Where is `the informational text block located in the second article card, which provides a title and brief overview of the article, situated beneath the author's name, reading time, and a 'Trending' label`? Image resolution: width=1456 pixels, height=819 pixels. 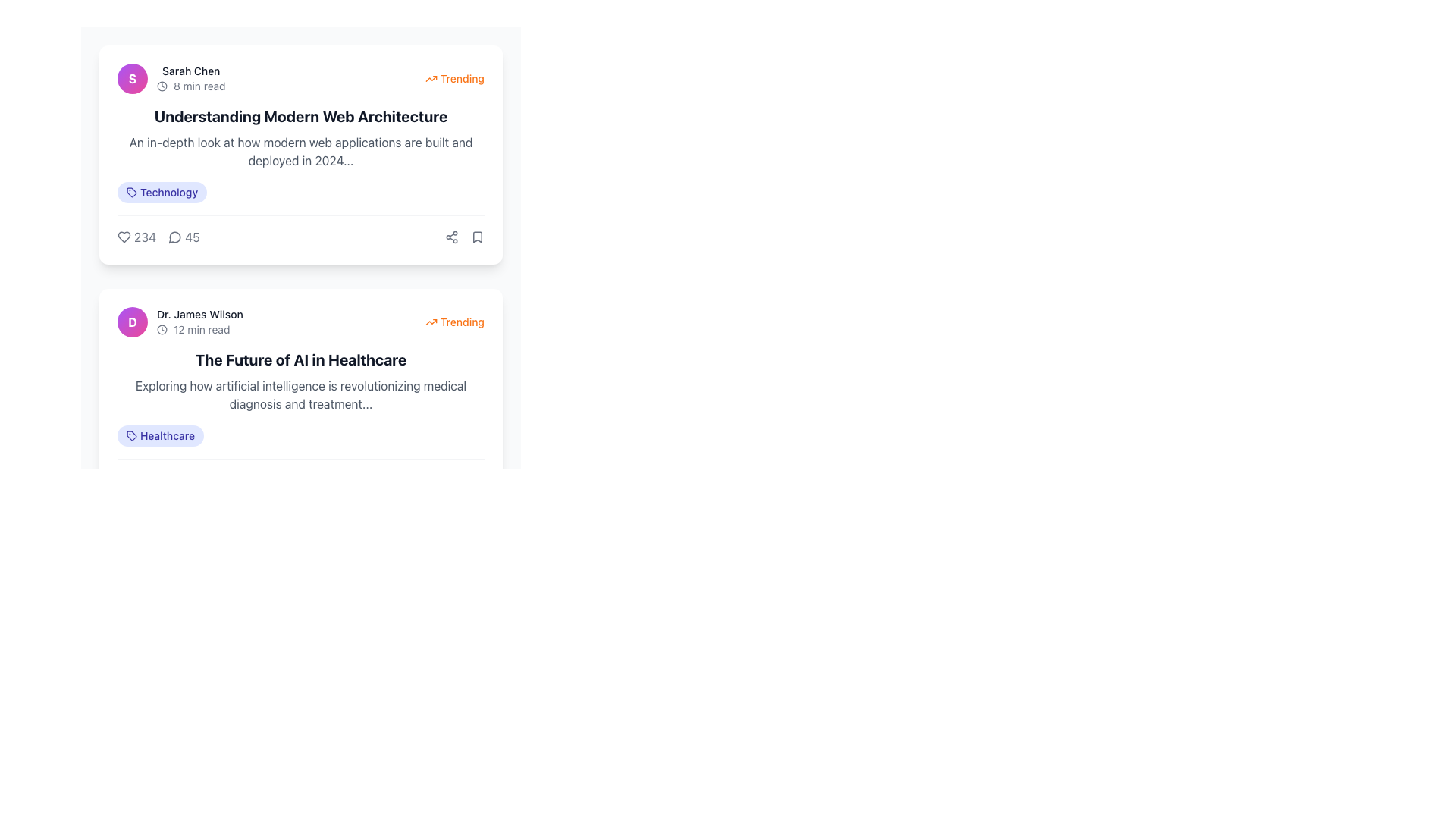
the informational text block located in the second article card, which provides a title and brief overview of the article, situated beneath the author's name, reading time, and a 'Trending' label is located at coordinates (301, 380).